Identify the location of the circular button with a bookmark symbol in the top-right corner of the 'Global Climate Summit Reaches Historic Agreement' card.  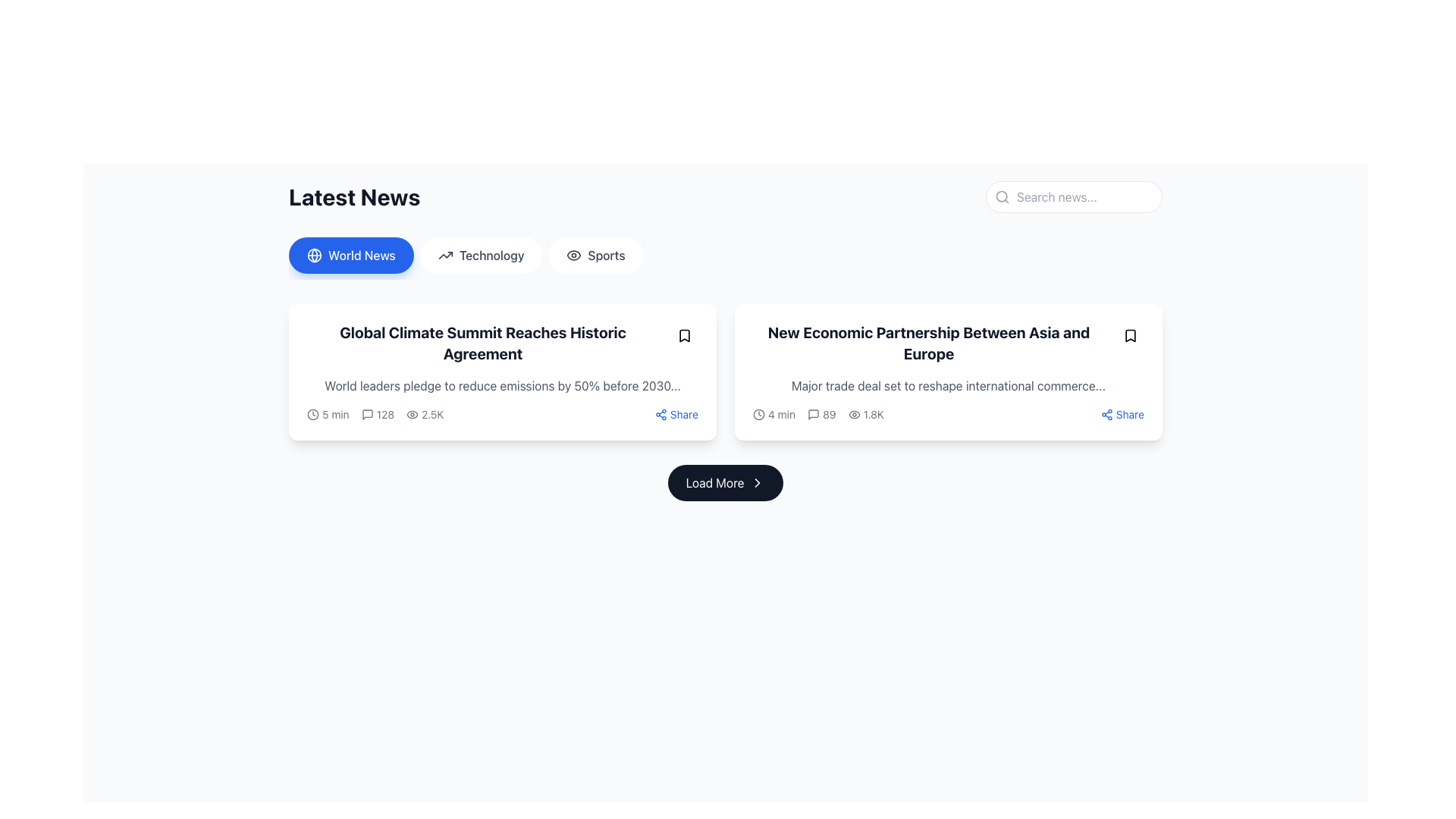
(683, 335).